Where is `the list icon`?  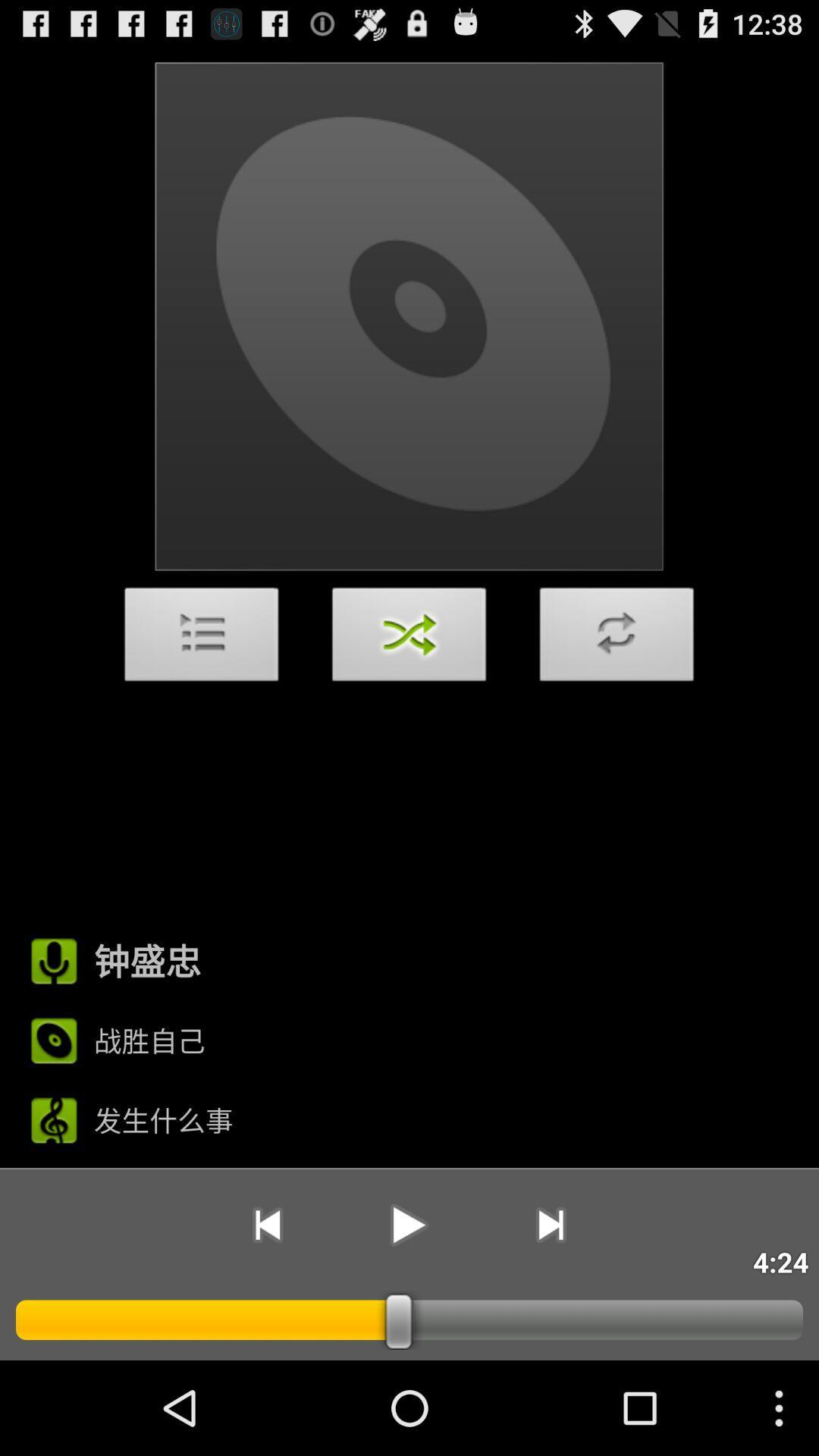
the list icon is located at coordinates (201, 682).